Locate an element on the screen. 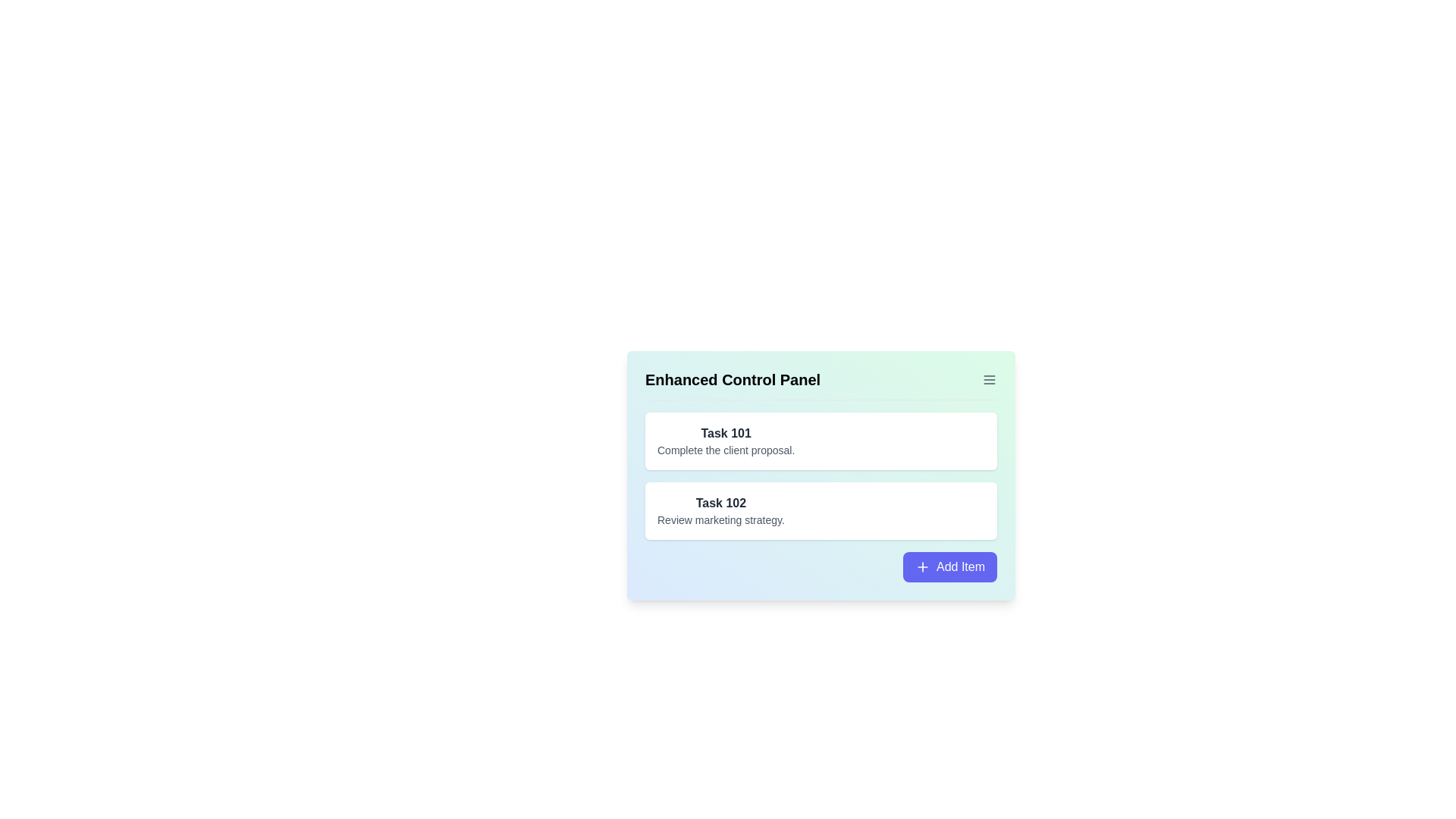 The height and width of the screenshot is (819, 1456). text of the 'Add Item' label located within a button at the bottom-right corner of the task management panel is located at coordinates (960, 567).